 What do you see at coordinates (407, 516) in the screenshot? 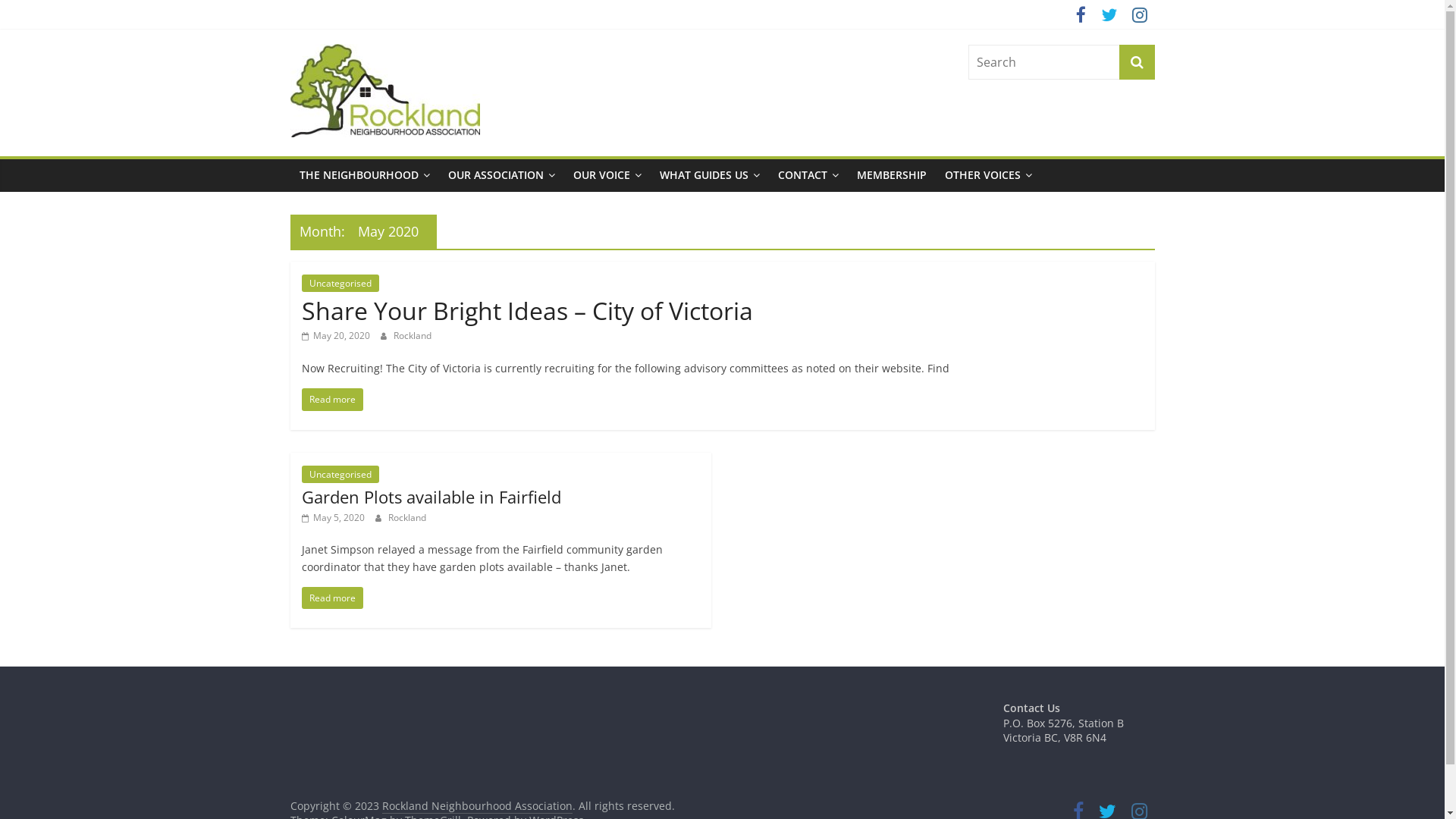
I see `'Rockland'` at bounding box center [407, 516].